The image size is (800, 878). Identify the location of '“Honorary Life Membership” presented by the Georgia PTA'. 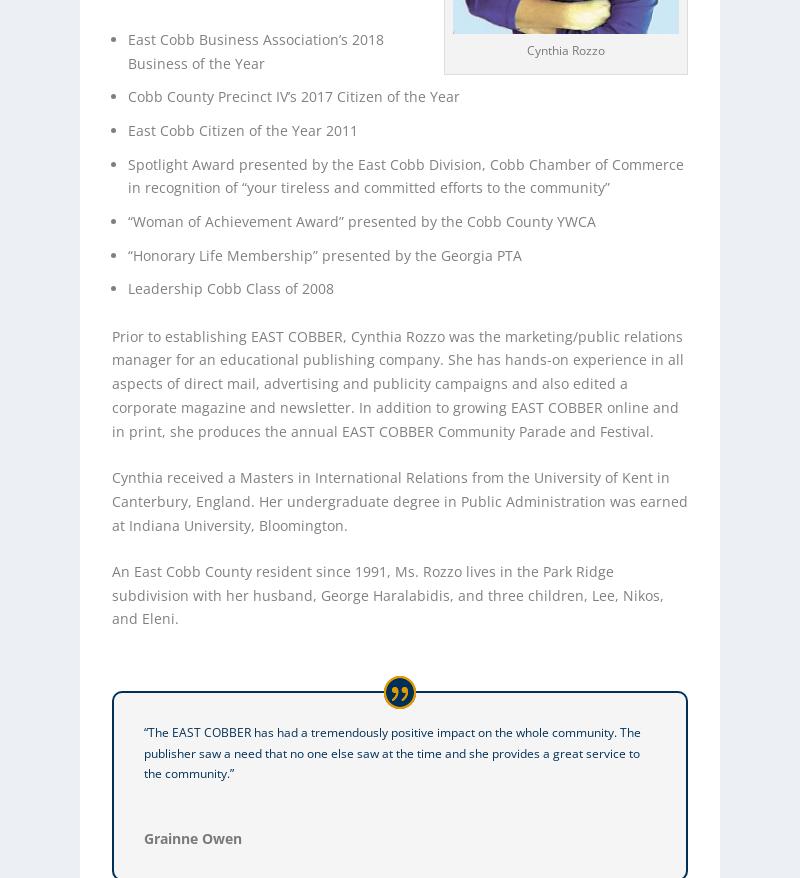
(323, 254).